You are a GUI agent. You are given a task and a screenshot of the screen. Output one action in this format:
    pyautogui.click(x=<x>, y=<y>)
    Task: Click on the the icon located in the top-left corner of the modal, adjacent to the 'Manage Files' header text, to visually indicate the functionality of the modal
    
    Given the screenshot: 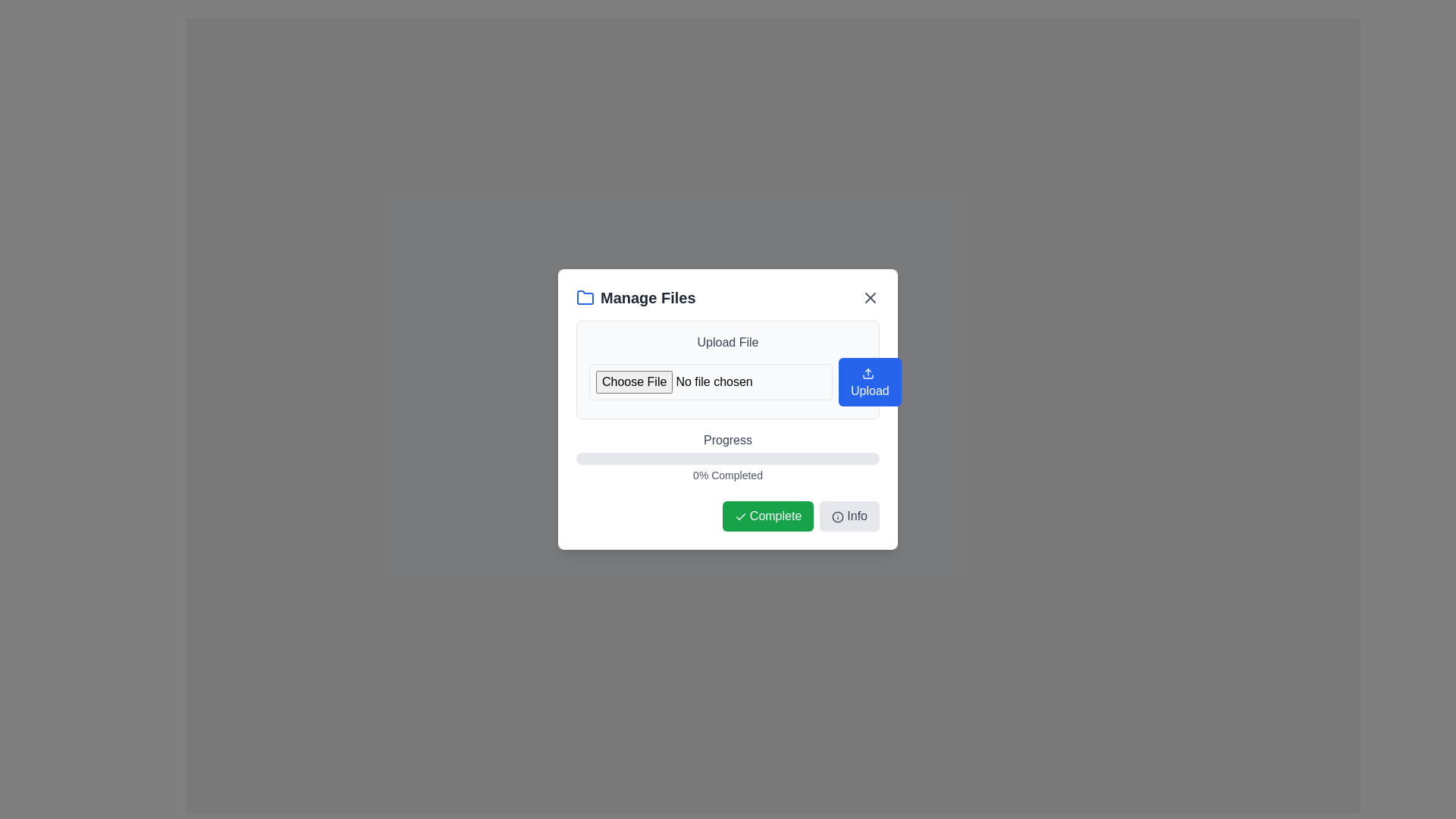 What is the action you would take?
    pyautogui.click(x=585, y=297)
    